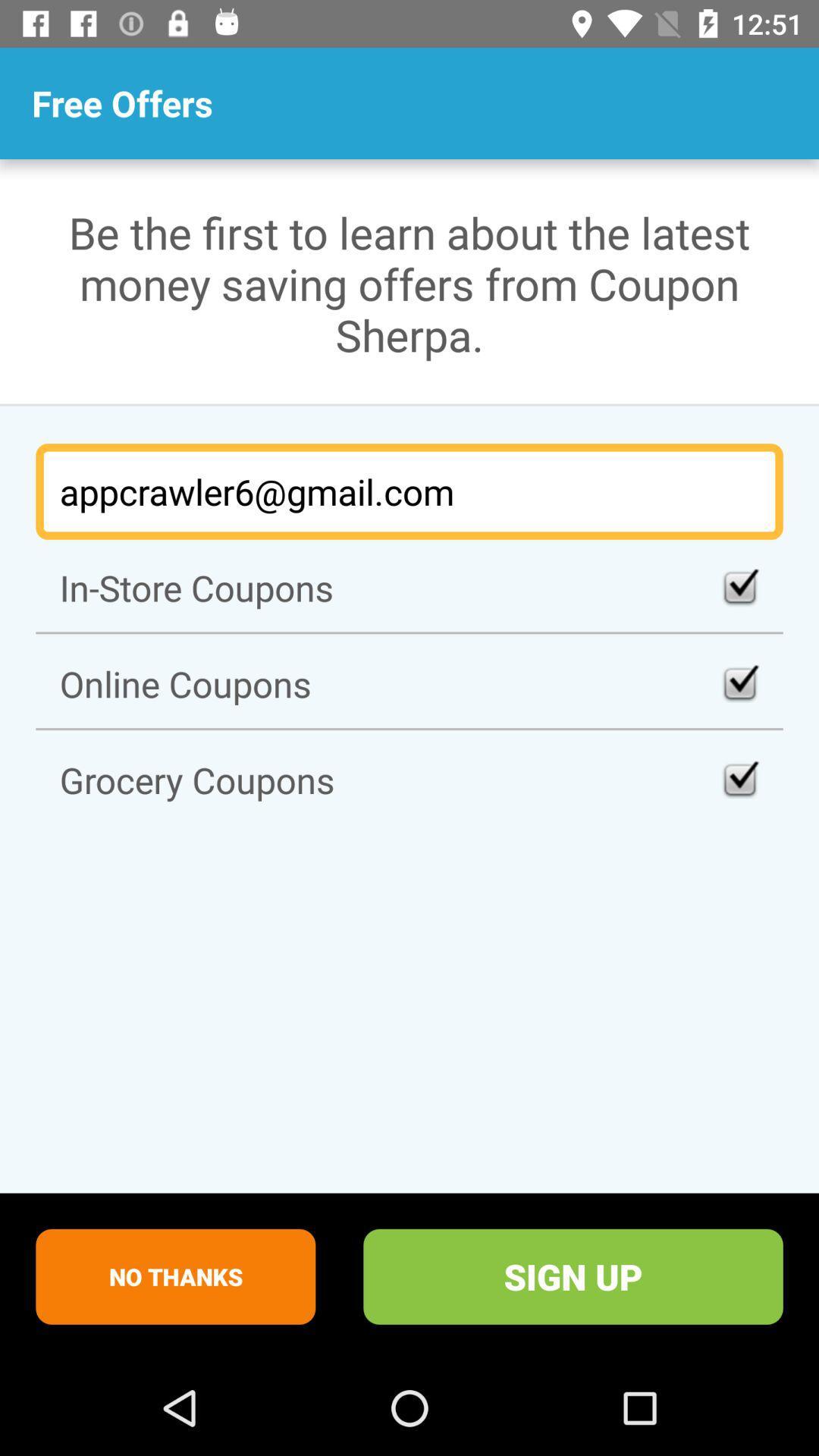  Describe the element at coordinates (409, 587) in the screenshot. I see `the in-store coupons item` at that location.